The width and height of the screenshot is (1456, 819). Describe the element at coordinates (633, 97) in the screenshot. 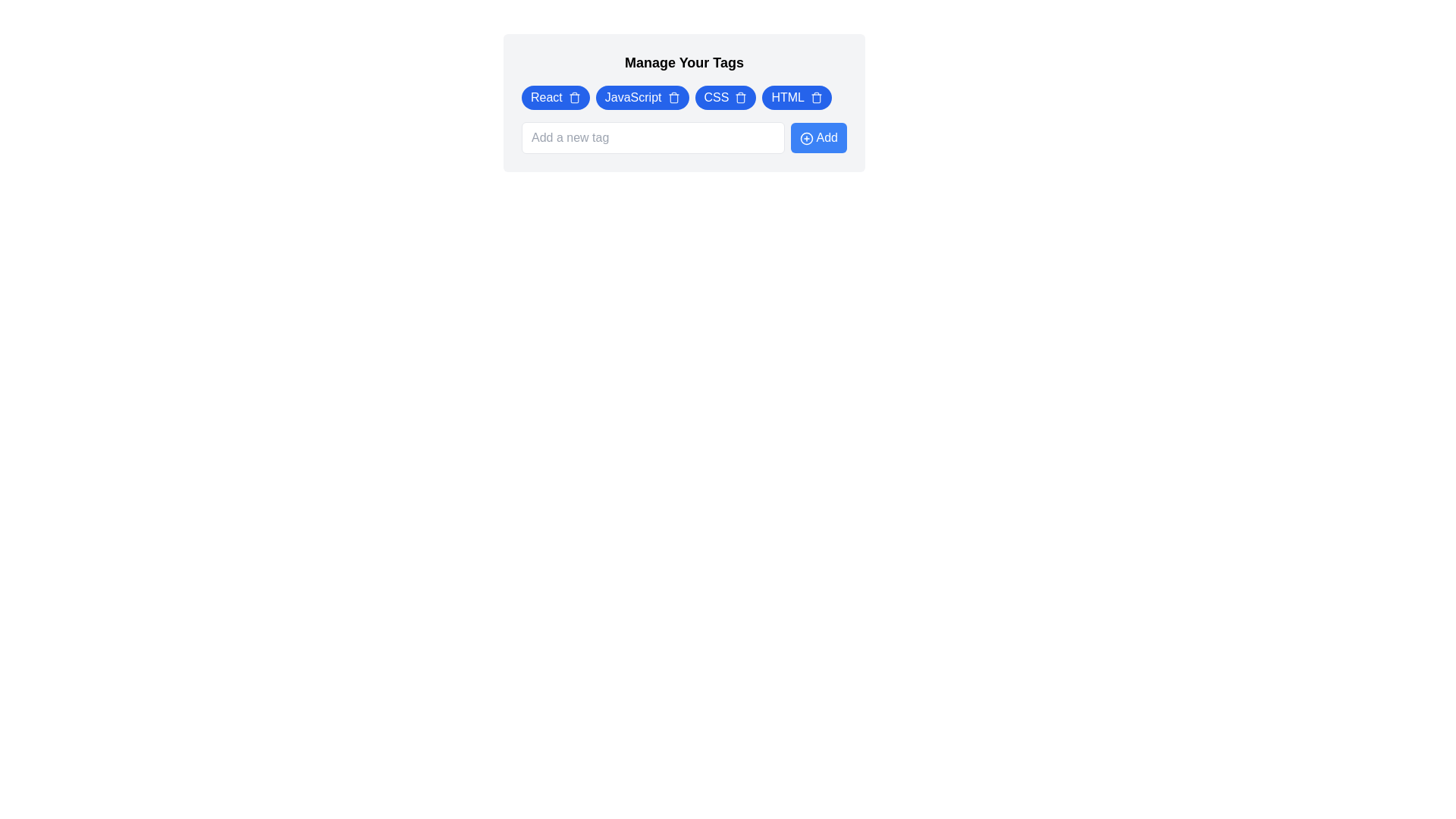

I see `the text label displaying 'JavaScript', which is part of the tags in the 'Manage Your Tags' panel` at that location.